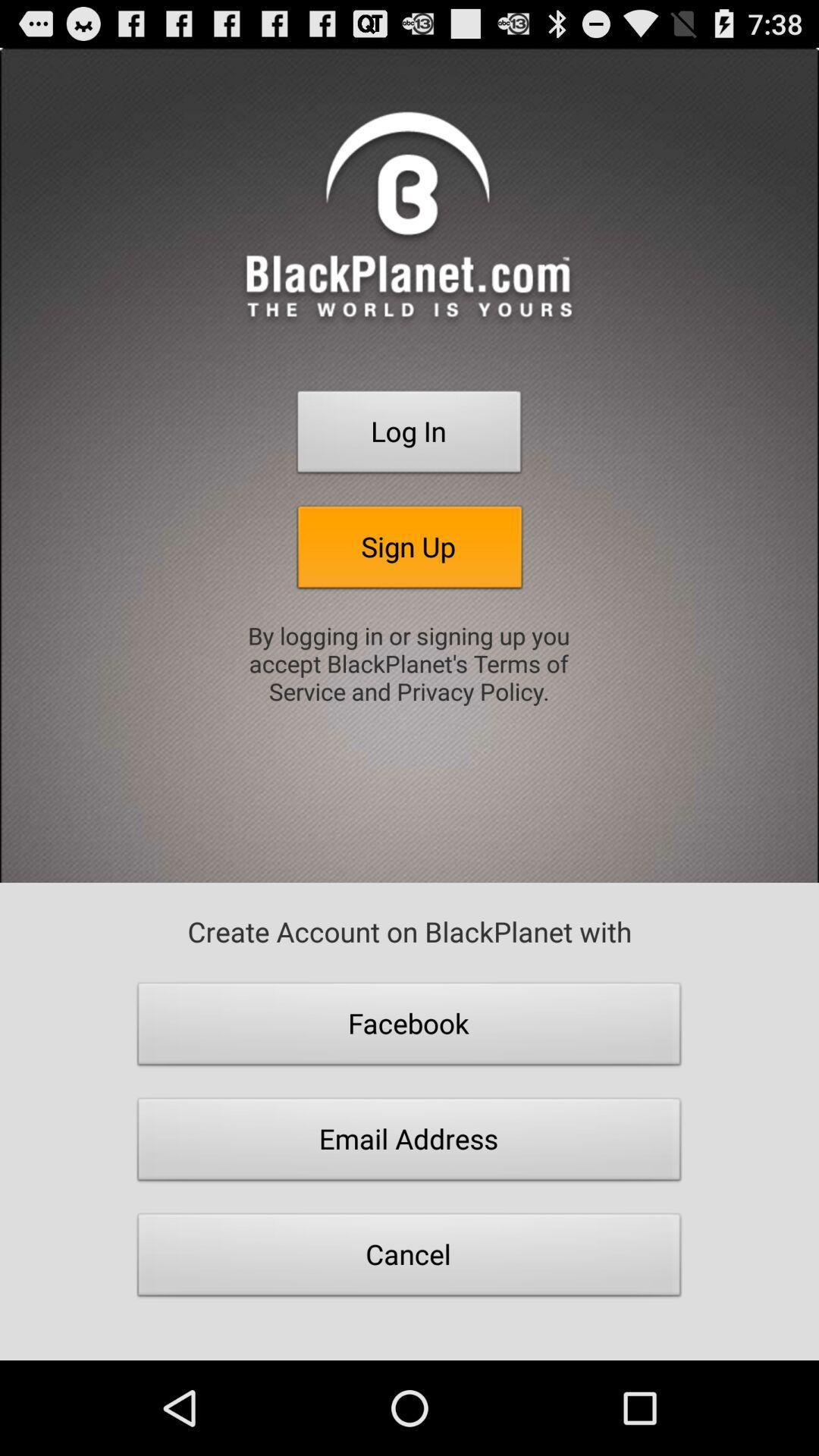 The image size is (819, 1456). What do you see at coordinates (409, 1144) in the screenshot?
I see `the button above the cancel item` at bounding box center [409, 1144].